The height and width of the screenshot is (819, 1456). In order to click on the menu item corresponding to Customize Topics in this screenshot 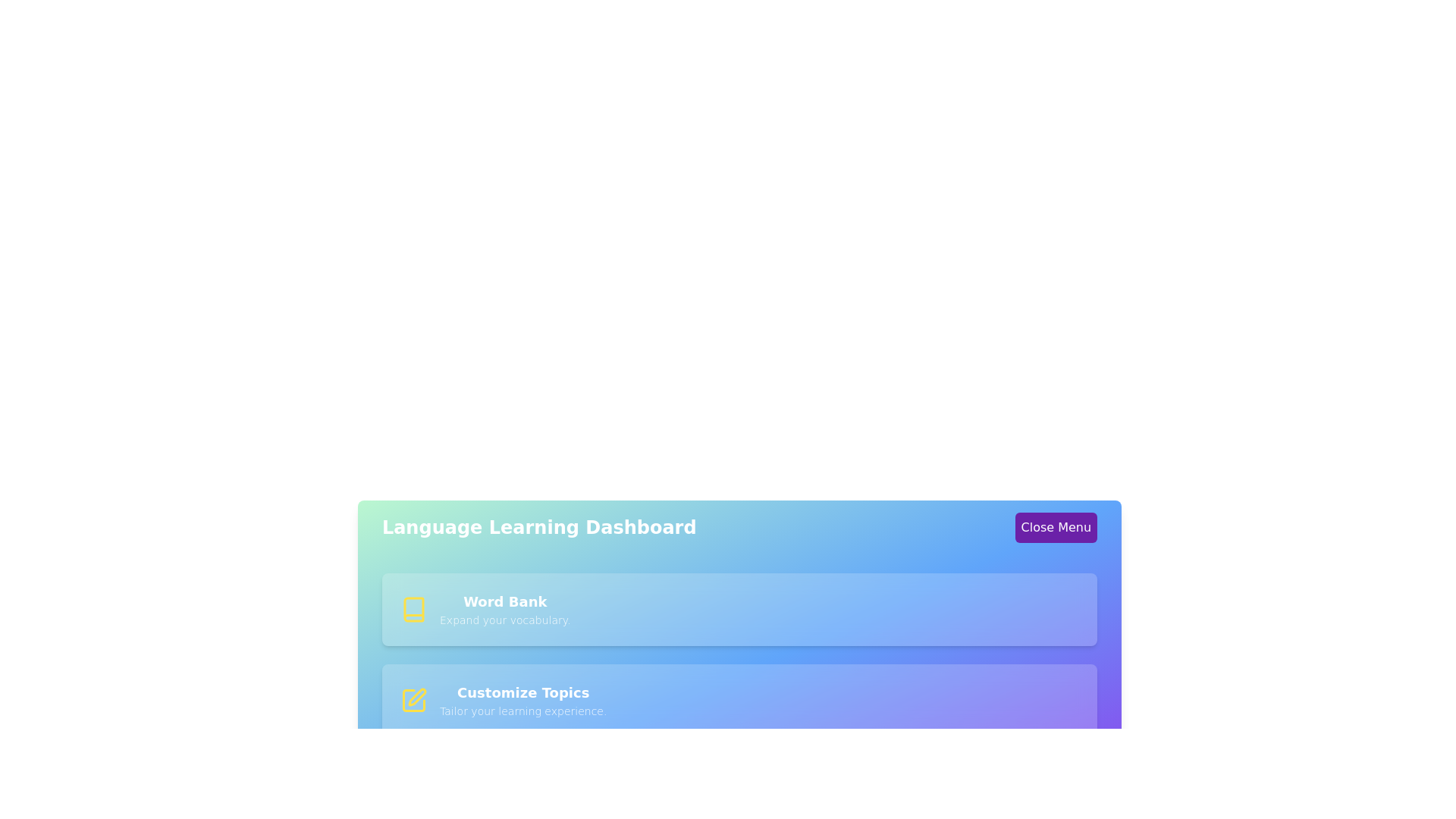, I will do `click(739, 701)`.